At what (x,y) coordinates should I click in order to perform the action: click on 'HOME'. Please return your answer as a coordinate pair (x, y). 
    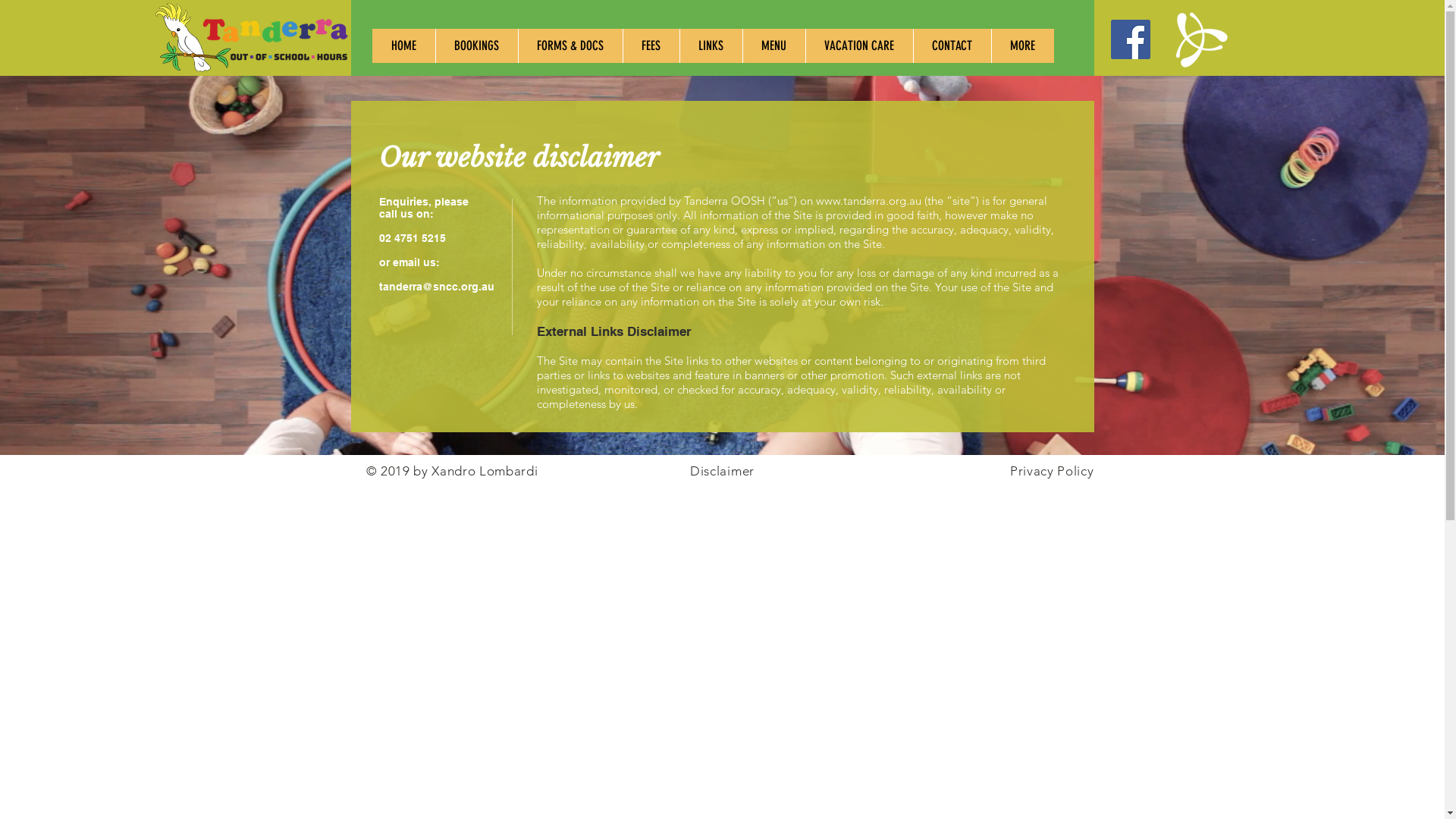
    Looking at the image, I should click on (403, 45).